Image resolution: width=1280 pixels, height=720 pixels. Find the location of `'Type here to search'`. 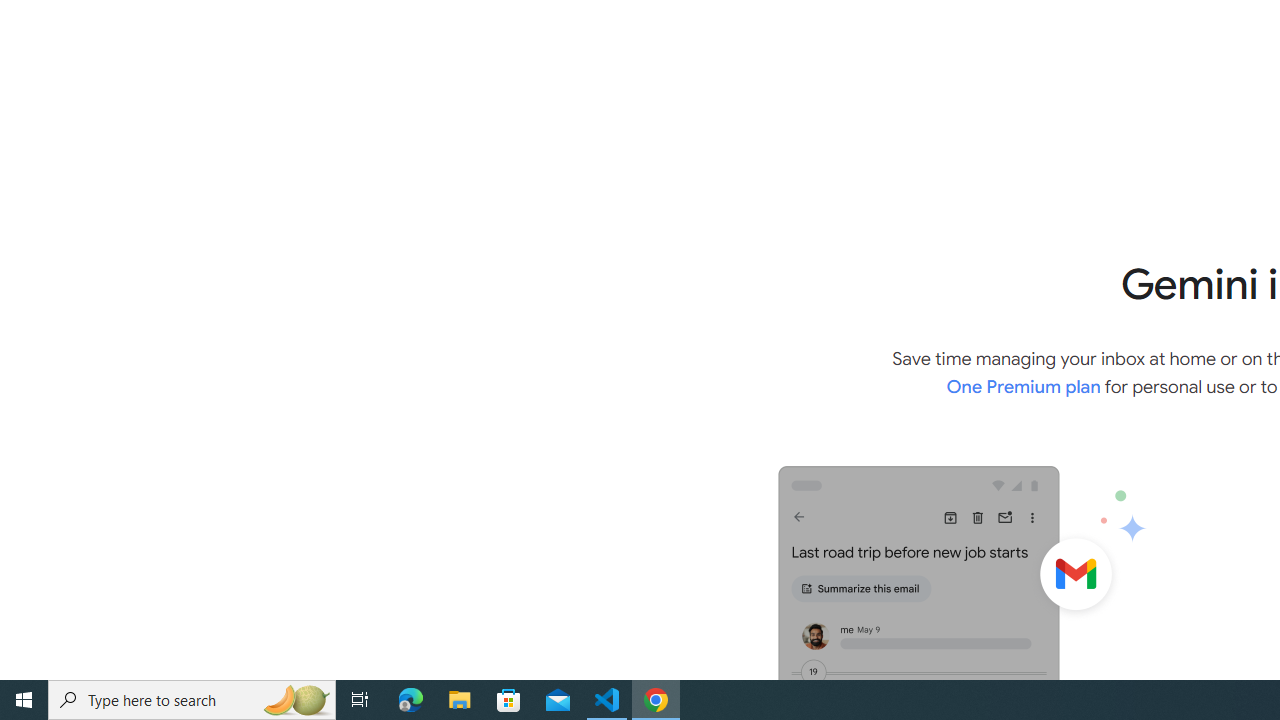

'Type here to search' is located at coordinates (192, 698).